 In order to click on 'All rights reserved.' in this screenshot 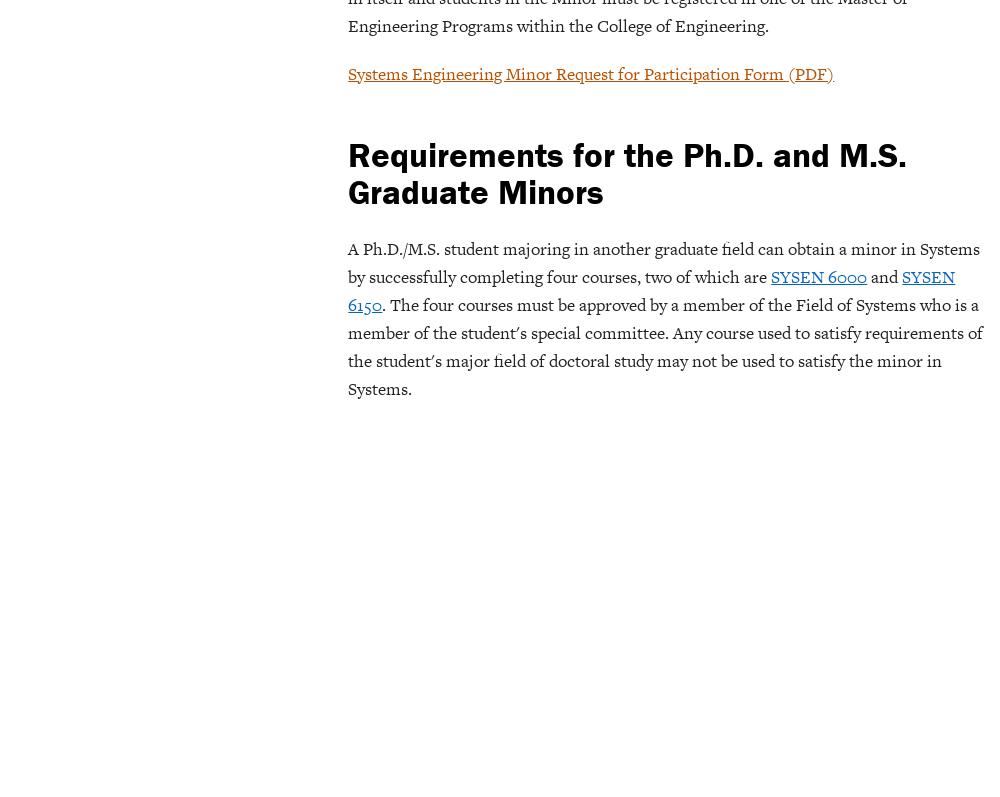, I will do `click(929, 51)`.